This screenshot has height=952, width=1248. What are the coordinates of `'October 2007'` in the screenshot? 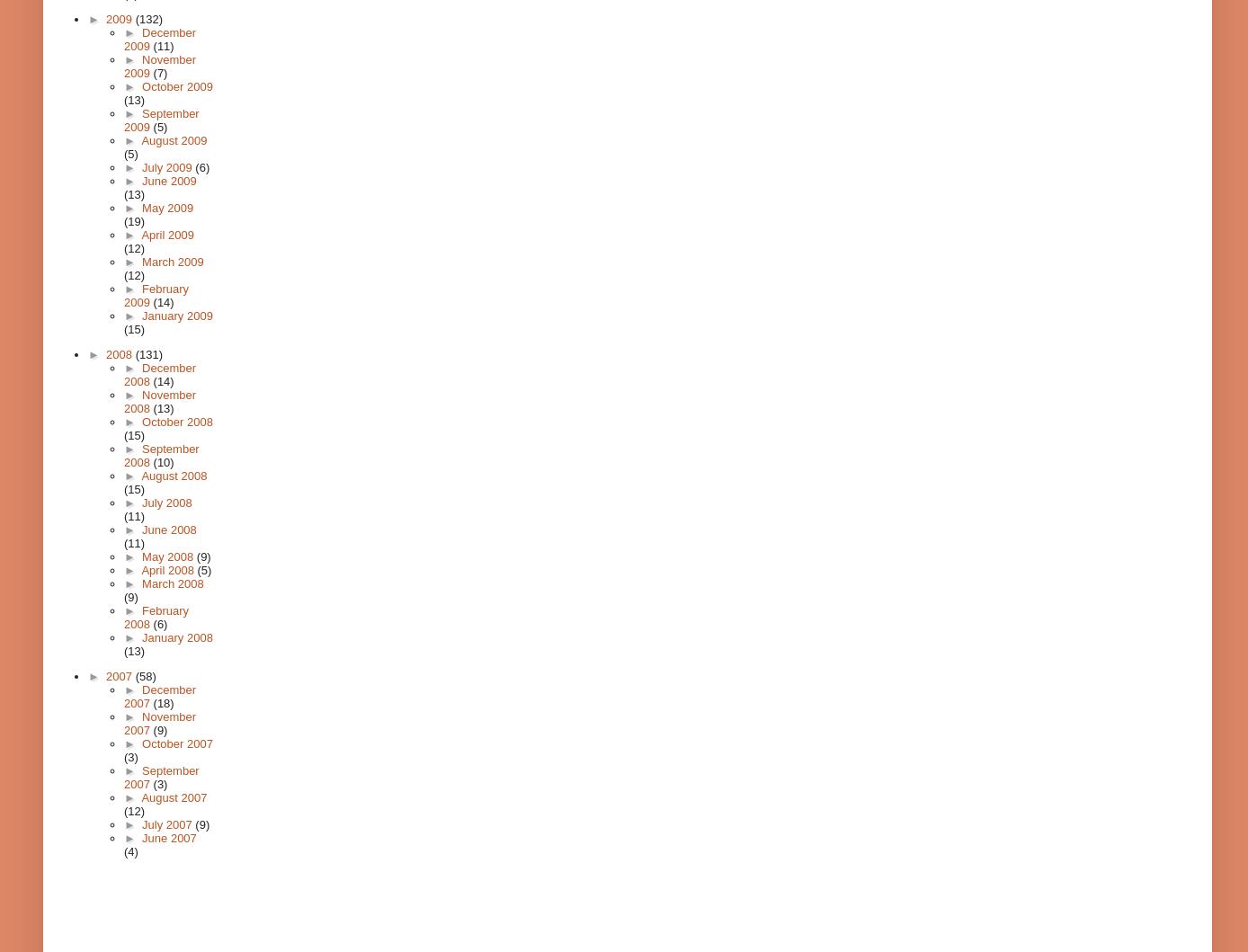 It's located at (175, 743).